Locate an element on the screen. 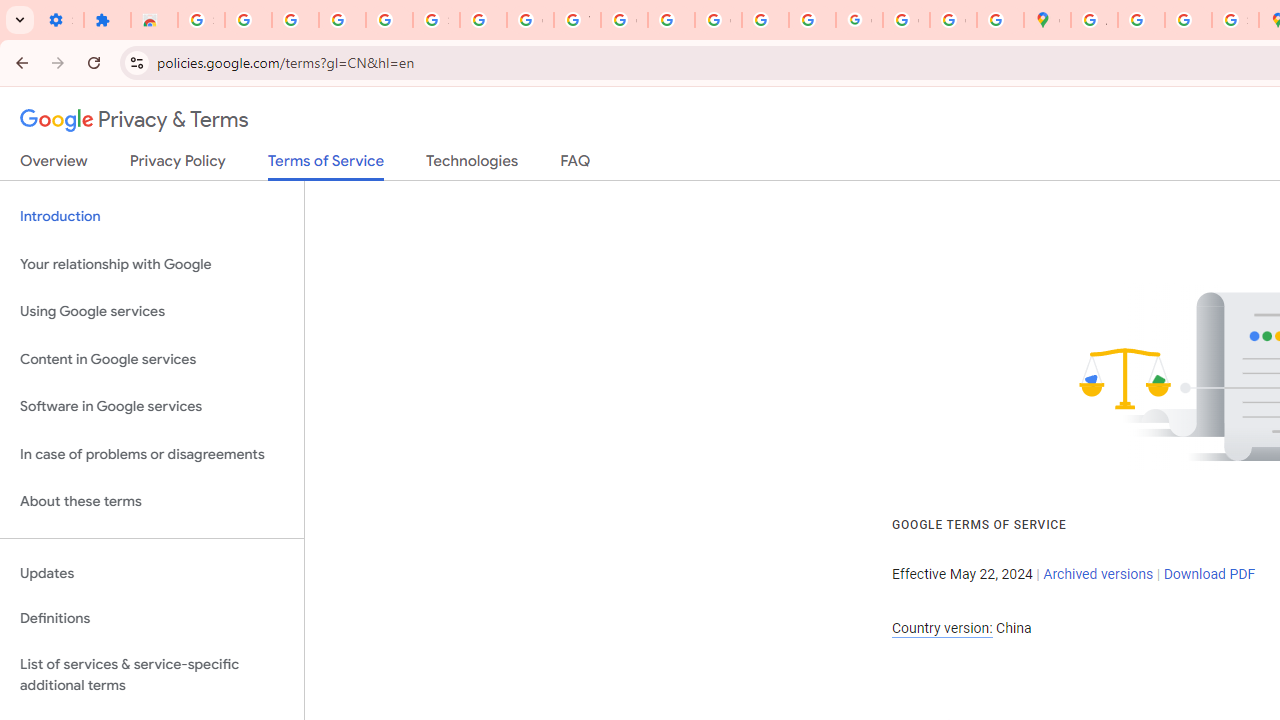 This screenshot has height=720, width=1280. 'Safety in Our Products - Google Safety Center' is located at coordinates (1234, 20).